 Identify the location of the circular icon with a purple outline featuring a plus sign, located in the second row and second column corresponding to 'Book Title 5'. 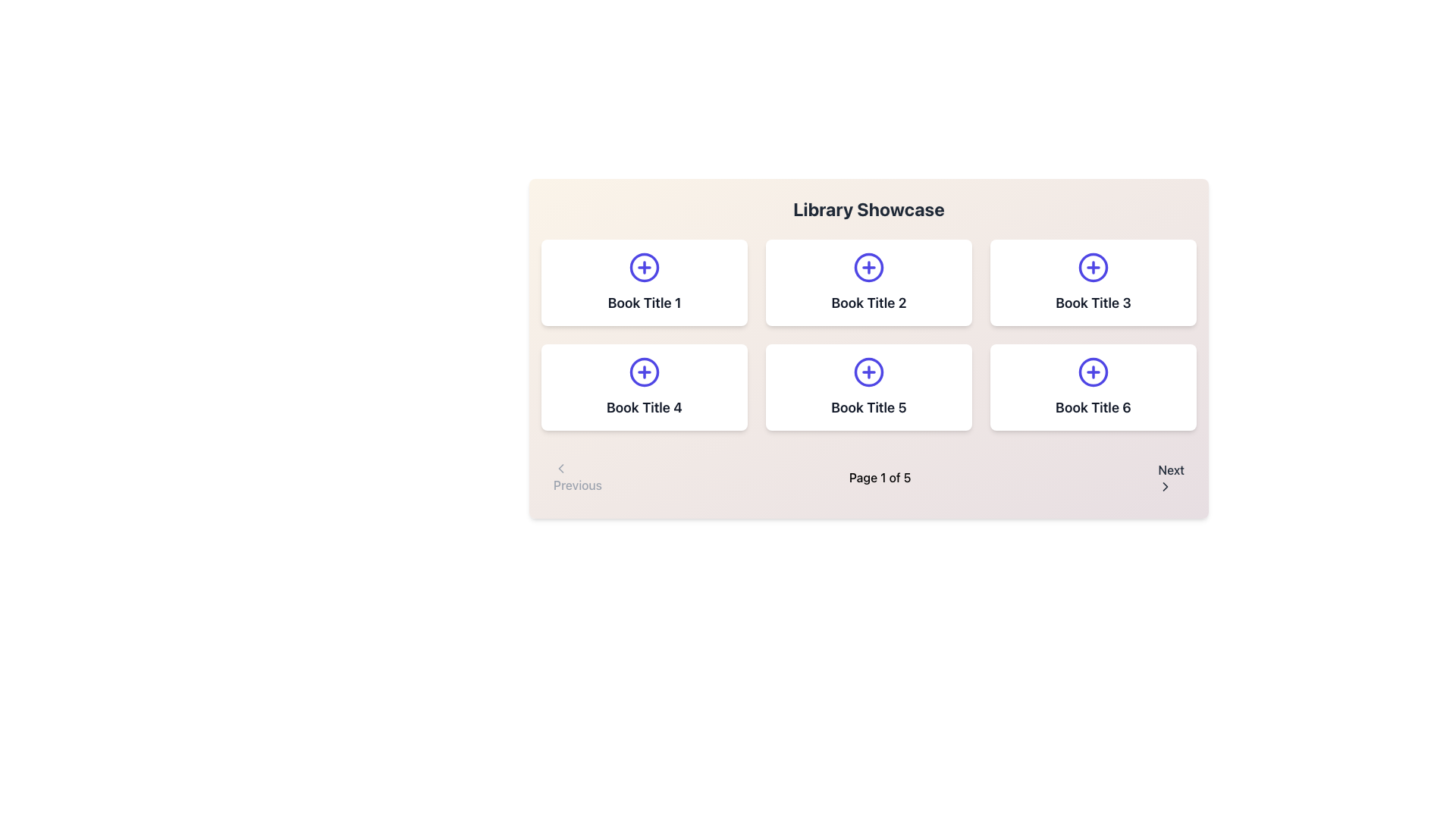
(869, 372).